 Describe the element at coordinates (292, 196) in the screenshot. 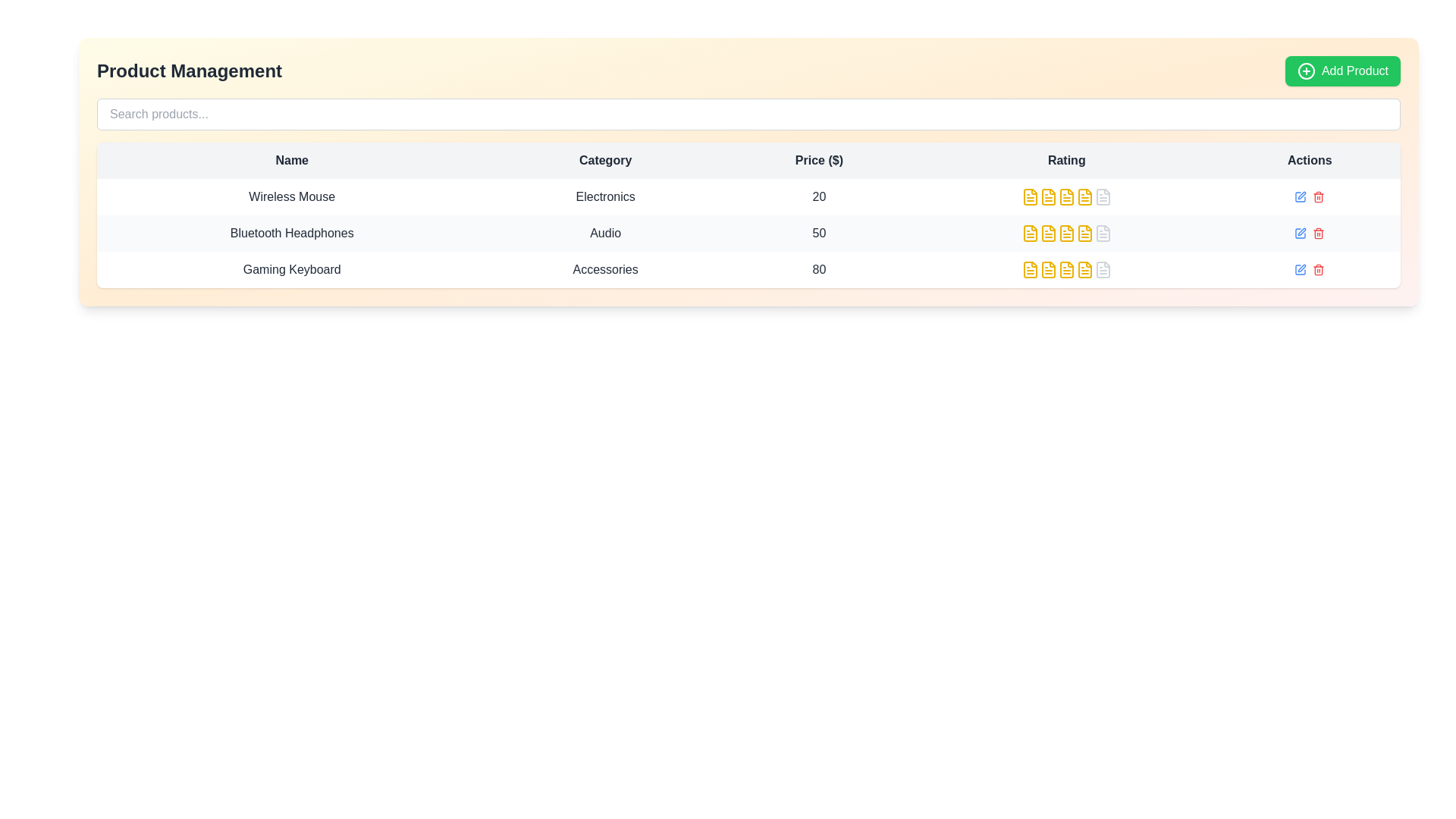

I see `displayed text of the 'Wireless Mouse' product name in the first row of the product management table` at that location.